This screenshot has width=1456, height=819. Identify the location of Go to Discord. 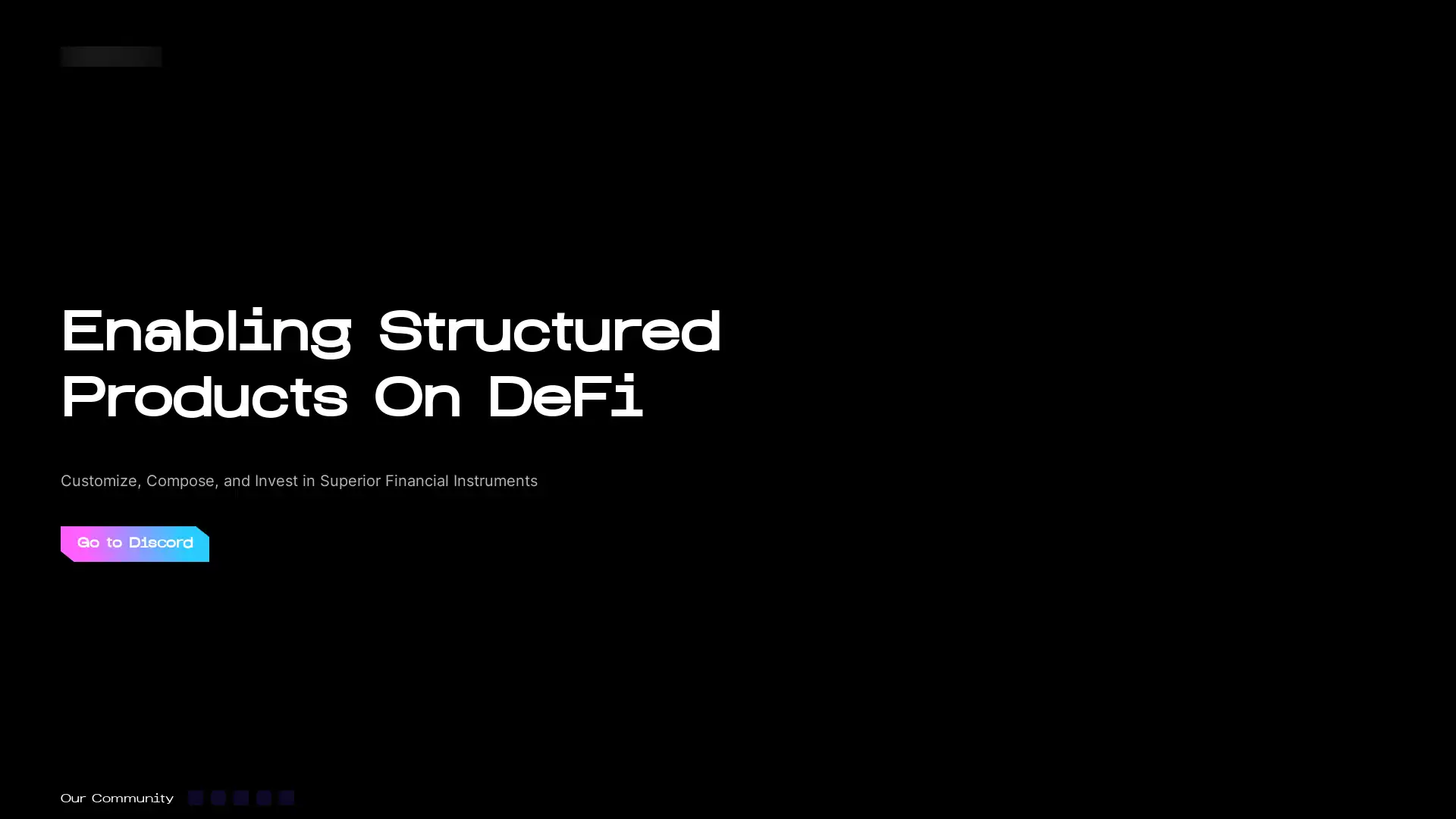
(134, 542).